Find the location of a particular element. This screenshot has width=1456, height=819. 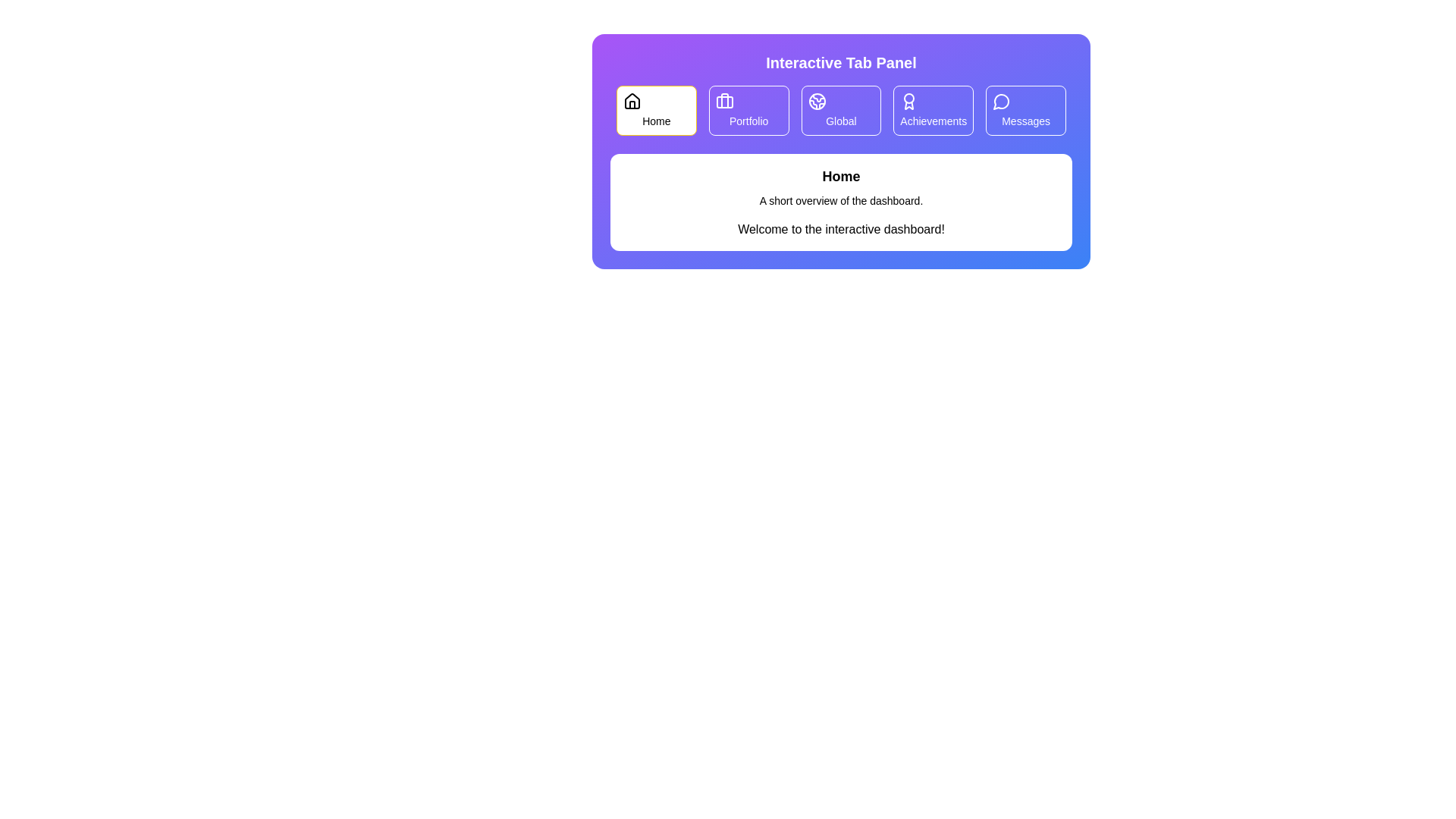

text content of the 'Home' label located in the first tab of the horizontal navigation bar below the house icon is located at coordinates (656, 120).